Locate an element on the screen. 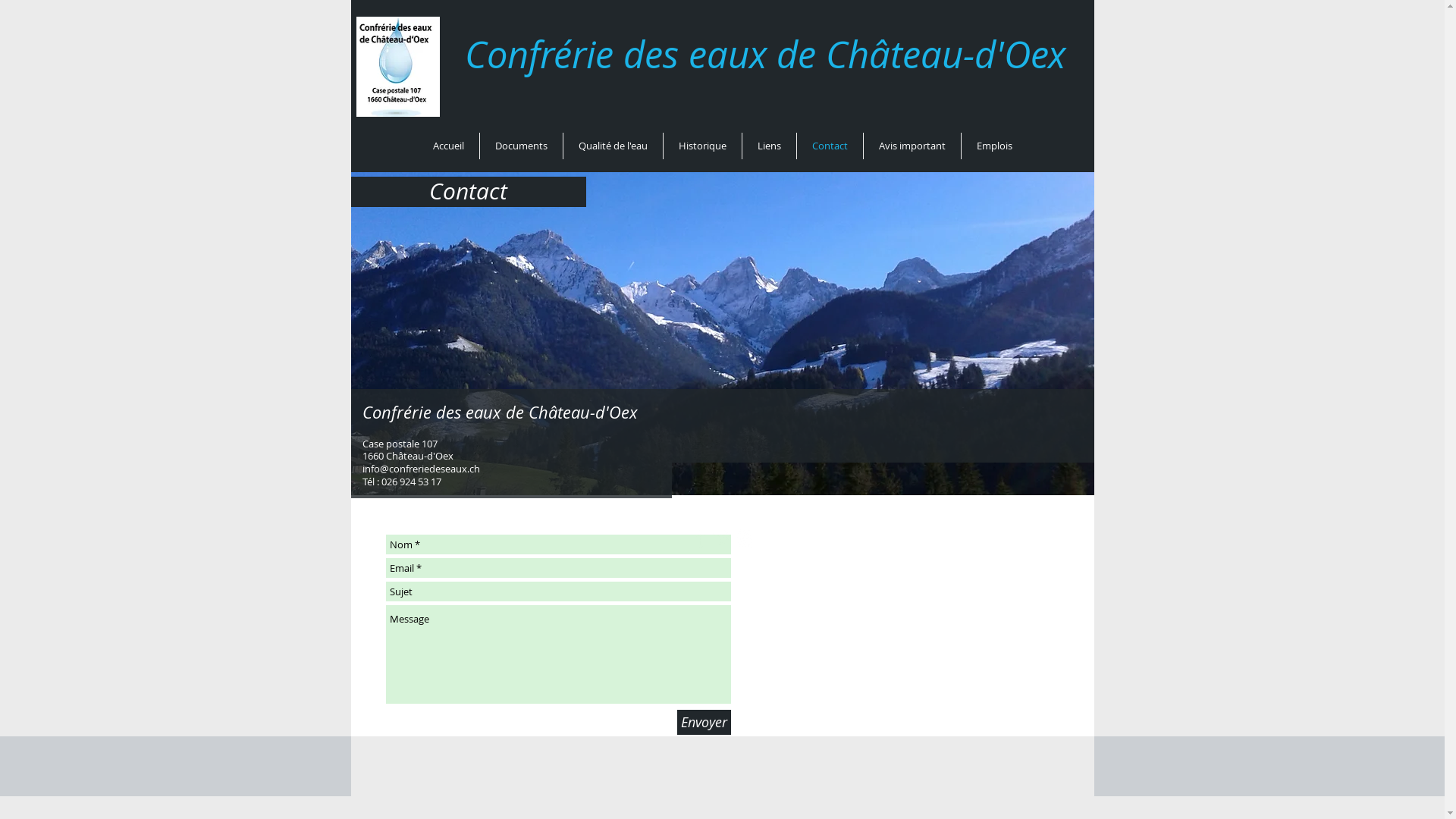 This screenshot has width=1456, height=819. 'Liens' is located at coordinates (768, 146).